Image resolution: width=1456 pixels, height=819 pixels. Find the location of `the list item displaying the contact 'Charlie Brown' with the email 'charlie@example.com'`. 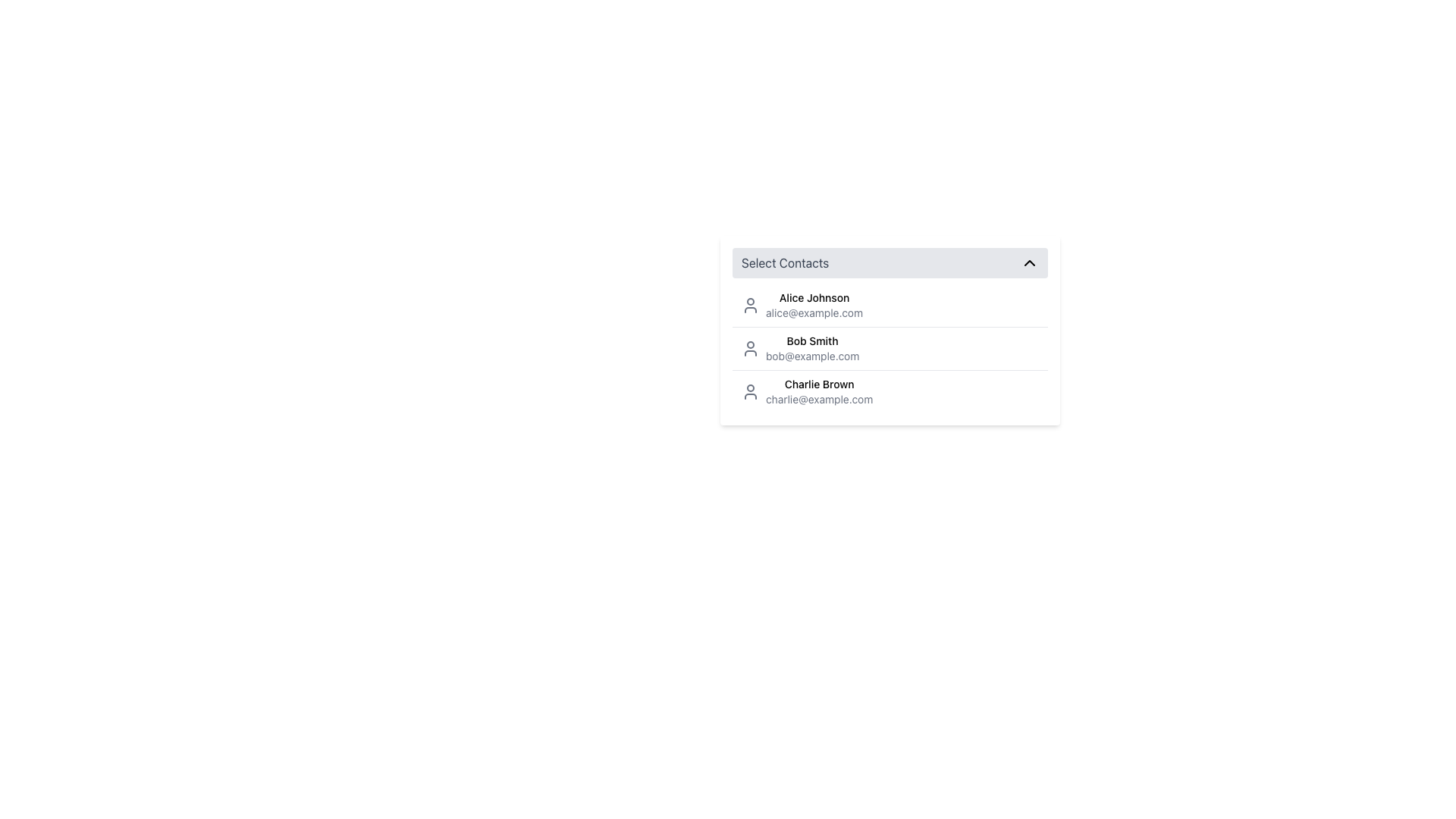

the list item displaying the contact 'Charlie Brown' with the email 'charlie@example.com' is located at coordinates (890, 391).